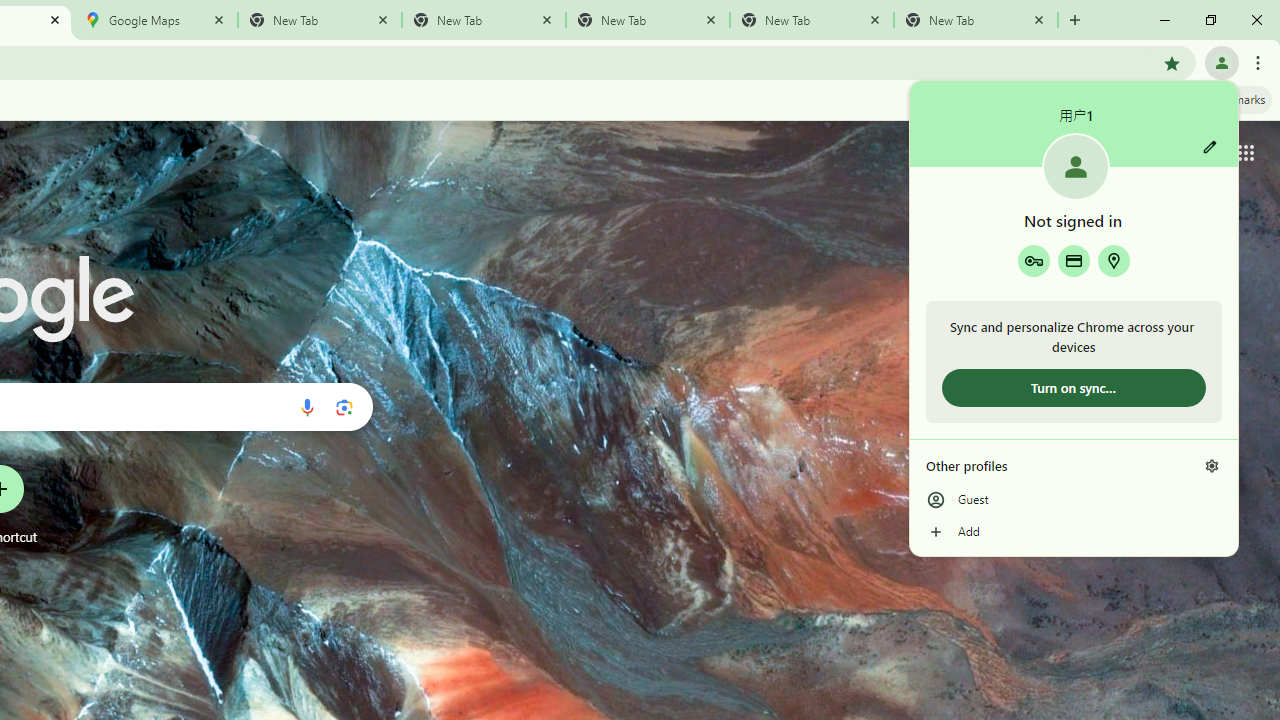 This screenshot has width=1280, height=720. I want to click on 'Google Password Manager', so click(1033, 260).